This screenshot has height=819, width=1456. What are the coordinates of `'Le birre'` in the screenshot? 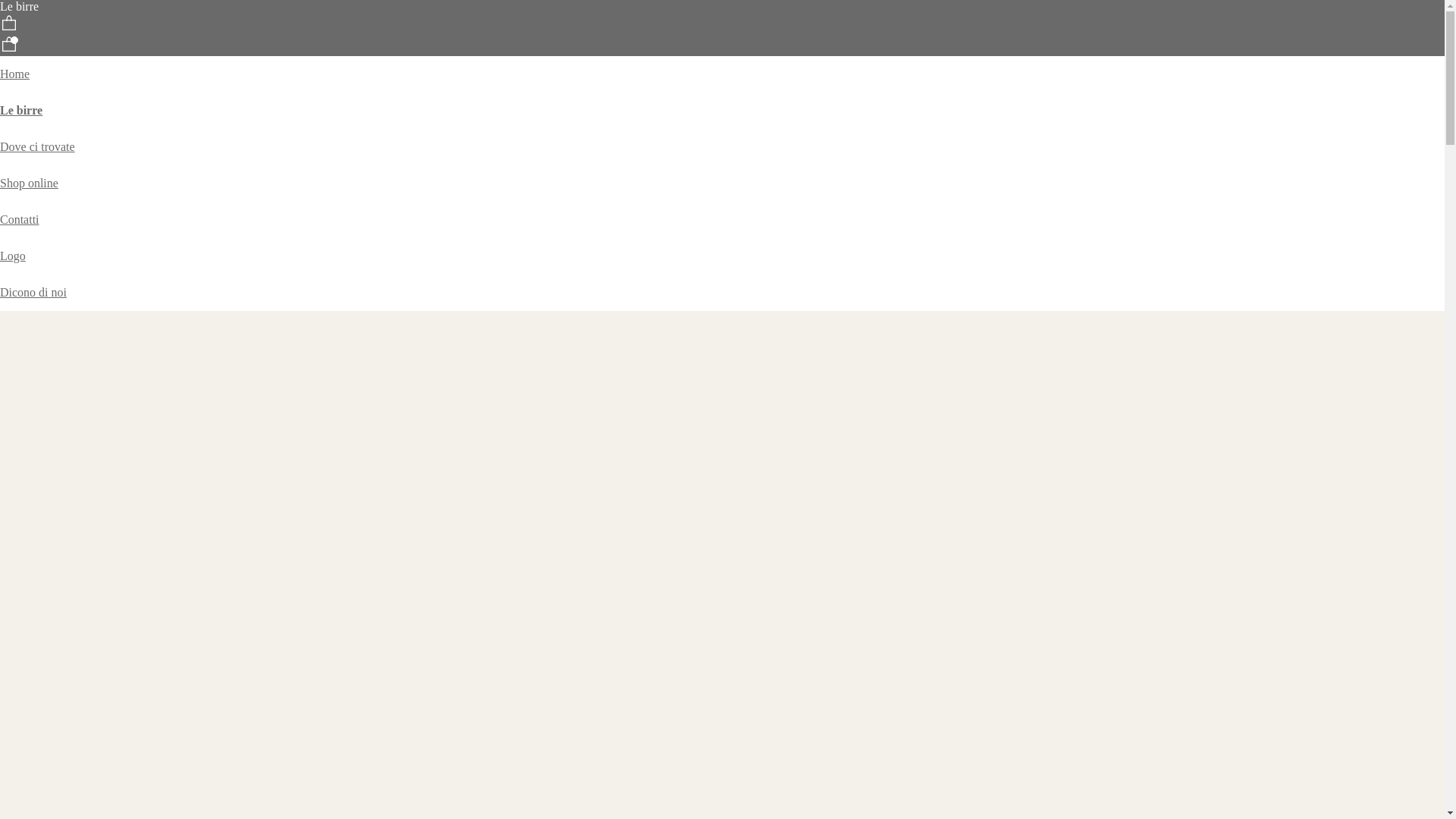 It's located at (21, 109).